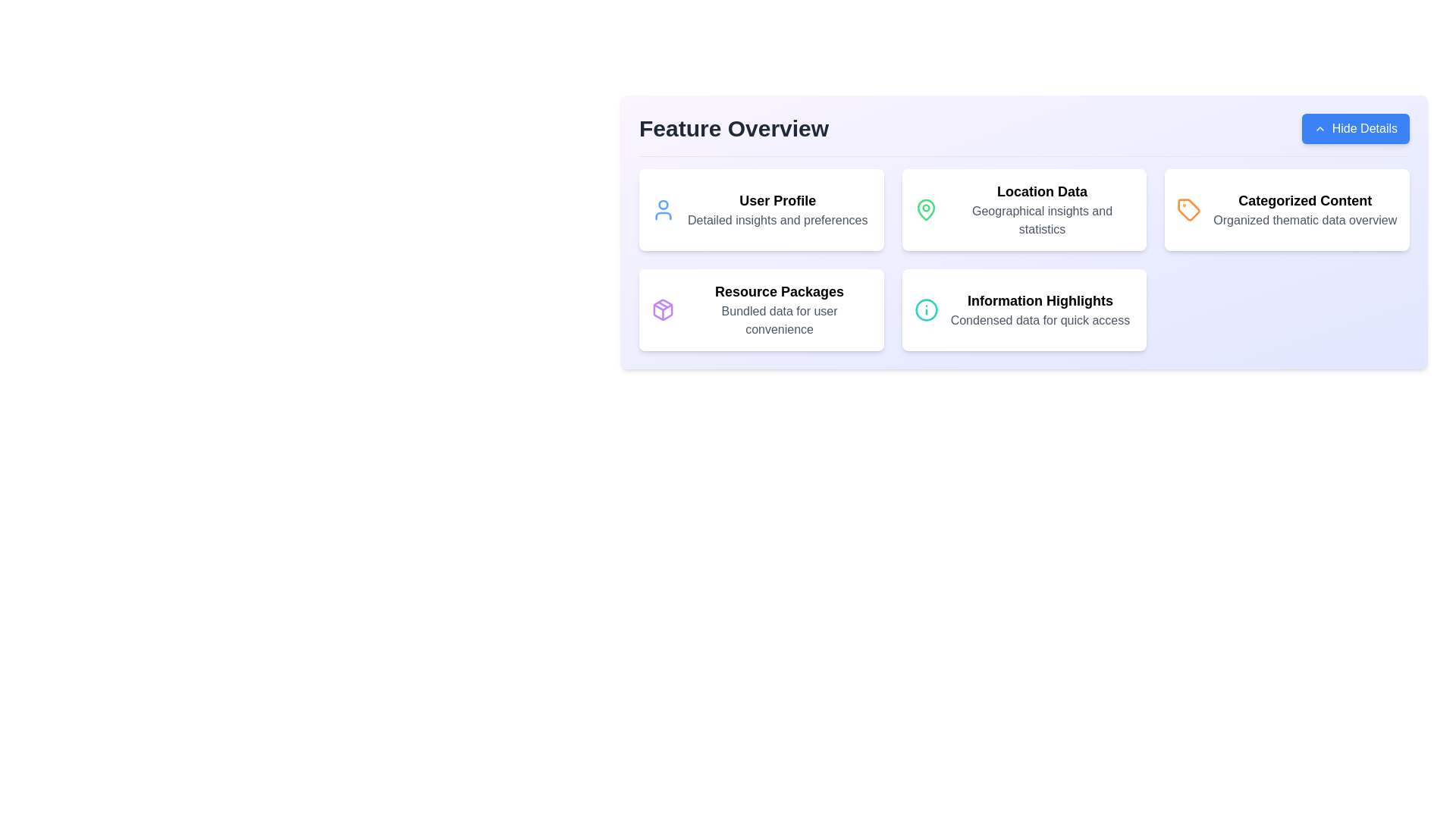 The width and height of the screenshot is (1456, 819). What do you see at coordinates (1041, 210) in the screenshot?
I see `information from the Text block with header and description located in the upper-right part of the grid in the 'Feature Overview' section, which provides geographical data and related statistics` at bounding box center [1041, 210].